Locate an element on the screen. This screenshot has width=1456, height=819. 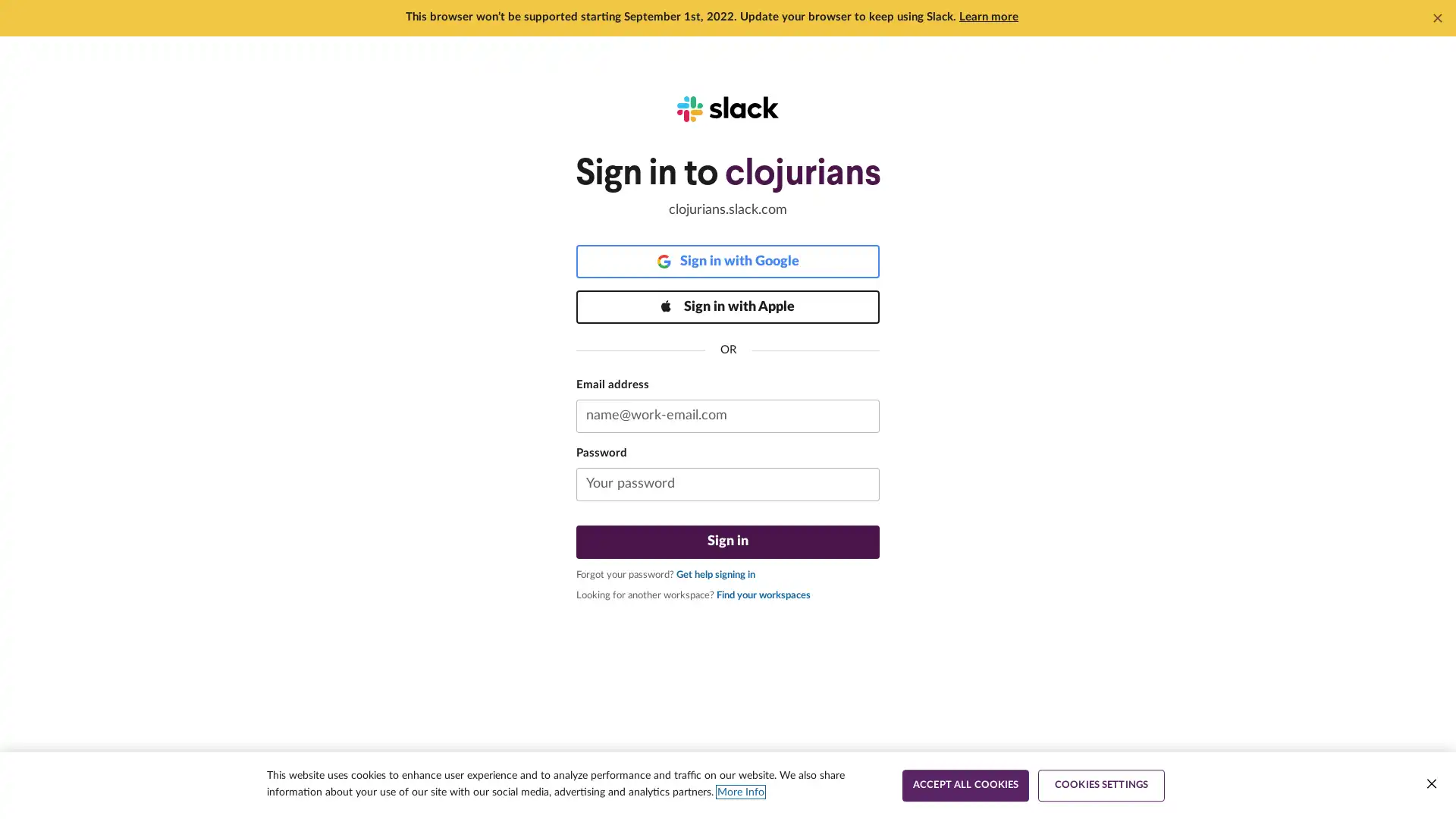
Sign in is located at coordinates (728, 541).